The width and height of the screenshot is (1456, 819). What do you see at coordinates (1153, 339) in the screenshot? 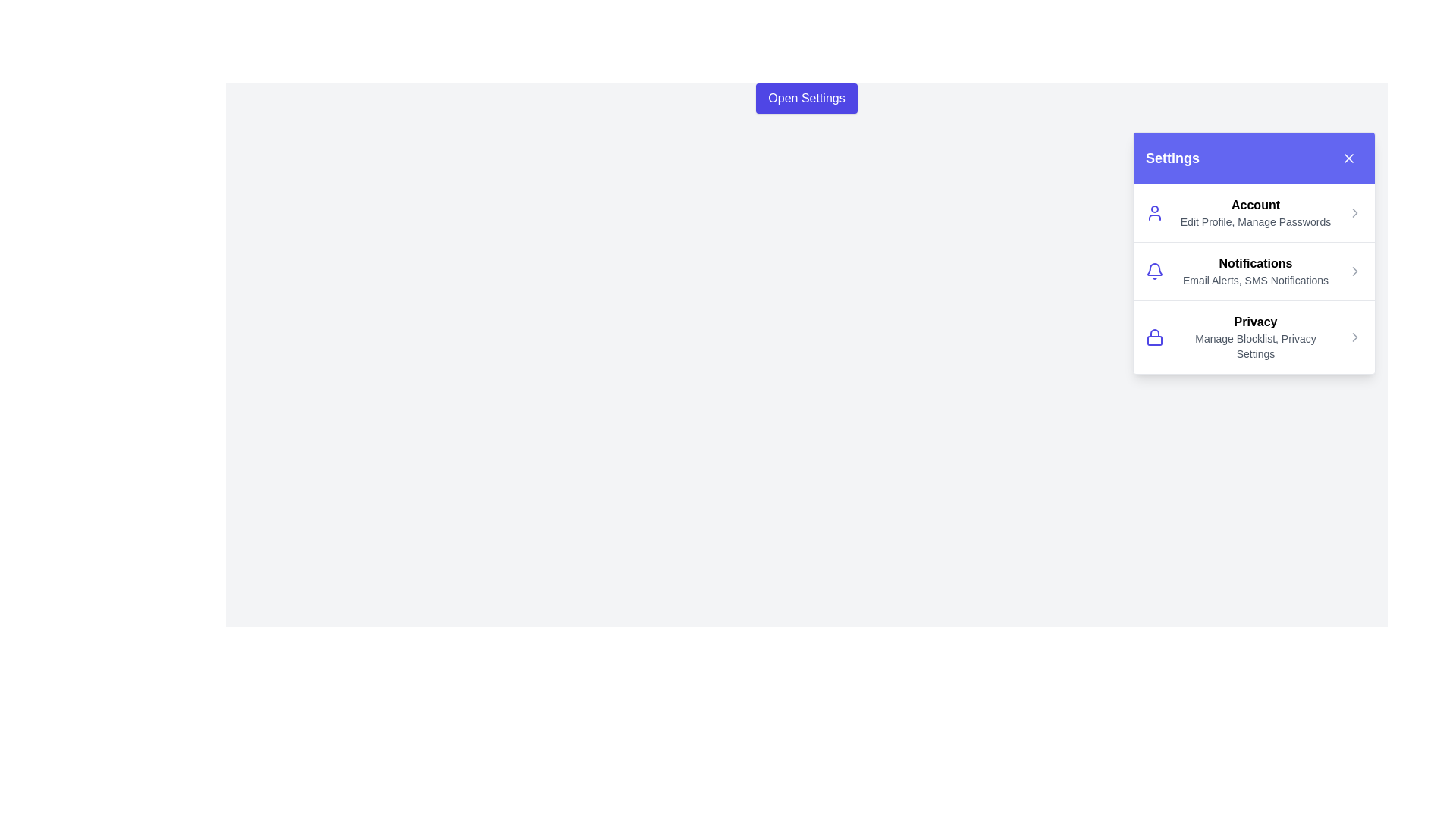
I see `the lock icon component located in the 'Privacy' section of the settings menu, positioned at the bottom of the icon, representing security or privacy` at bounding box center [1153, 339].